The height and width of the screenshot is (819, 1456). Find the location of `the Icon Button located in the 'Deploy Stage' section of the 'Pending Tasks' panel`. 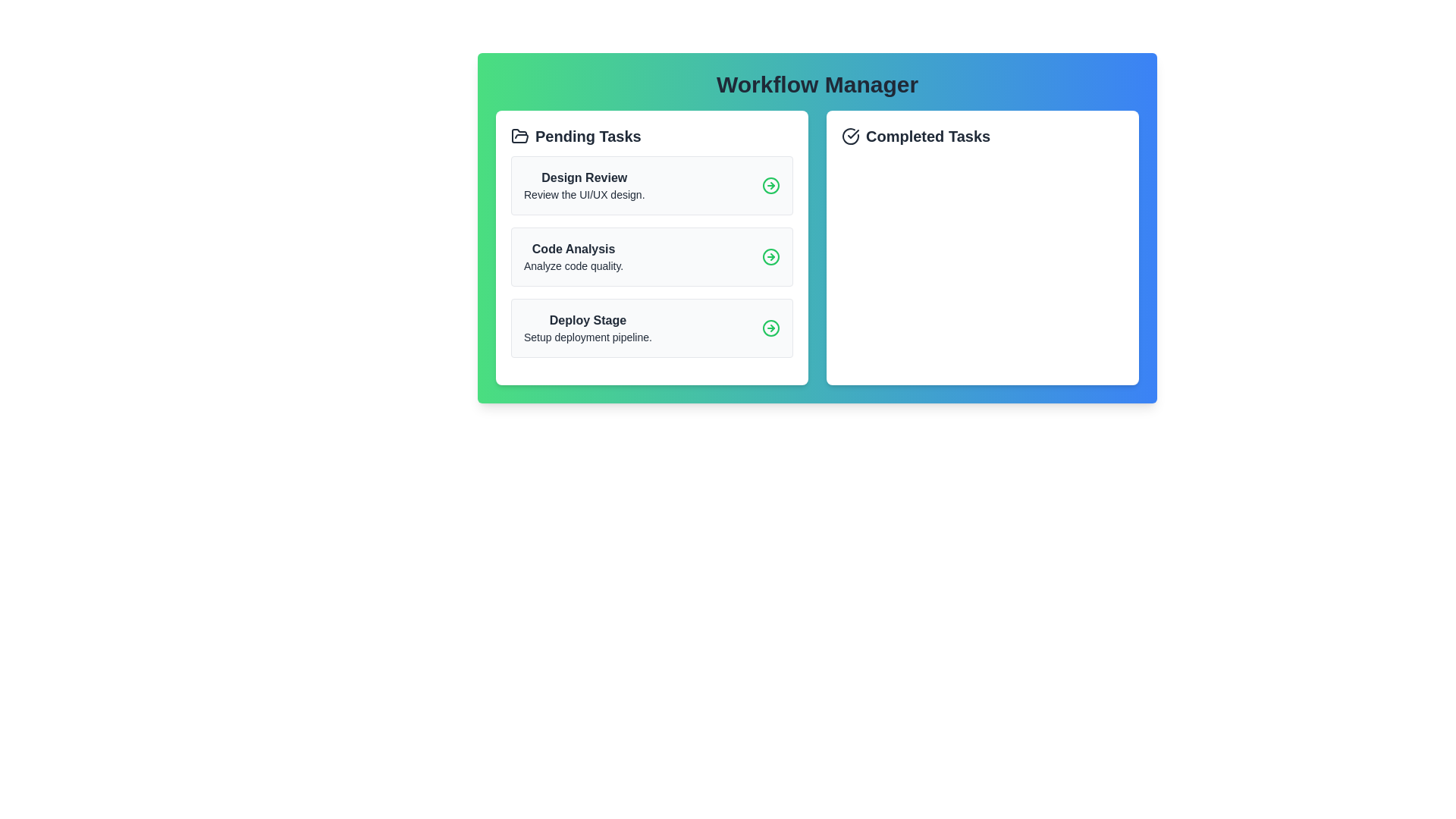

the Icon Button located in the 'Deploy Stage' section of the 'Pending Tasks' panel is located at coordinates (771, 327).